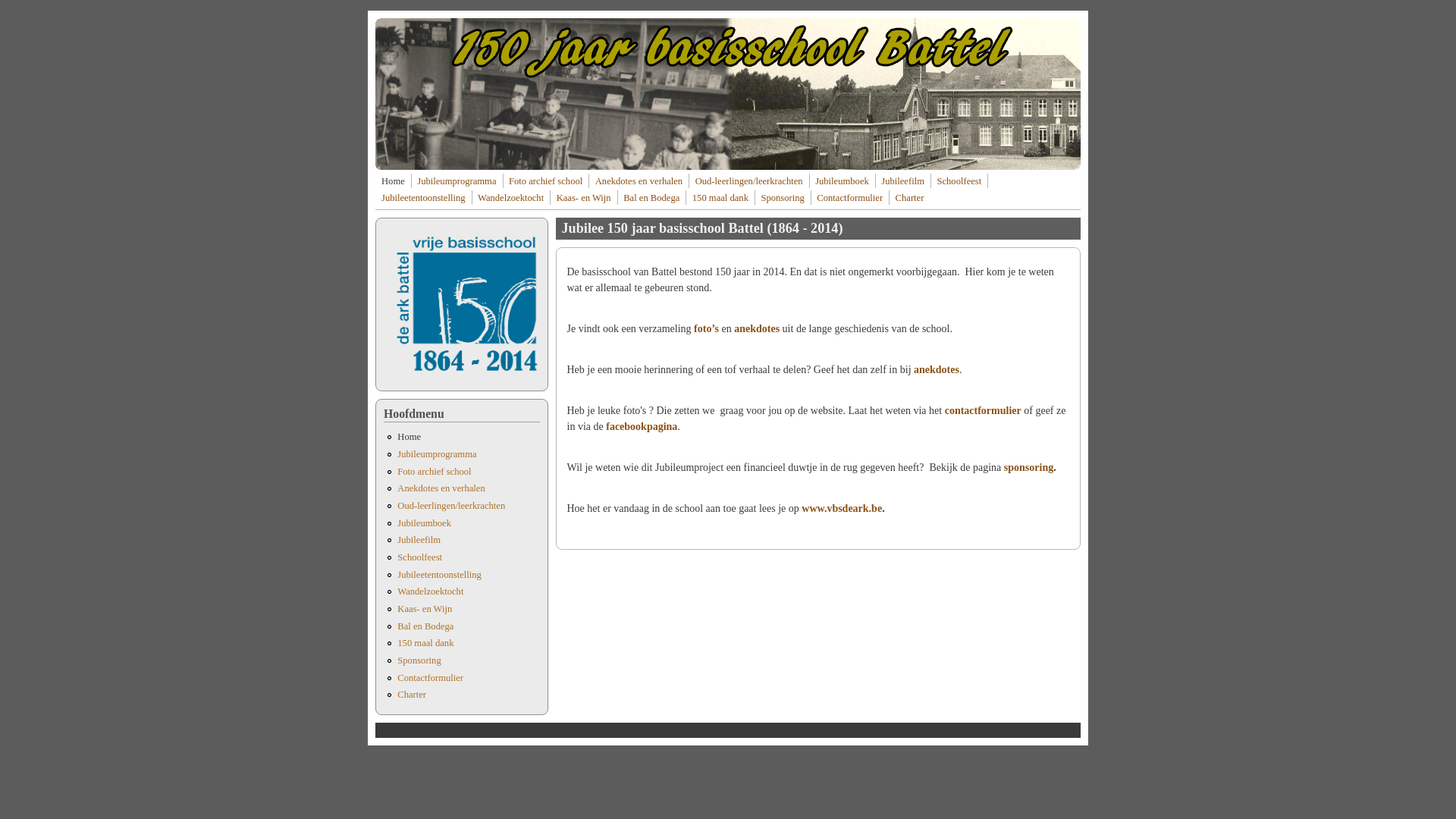 This screenshot has height=819, width=1456. What do you see at coordinates (419, 660) in the screenshot?
I see `'Sponsoring'` at bounding box center [419, 660].